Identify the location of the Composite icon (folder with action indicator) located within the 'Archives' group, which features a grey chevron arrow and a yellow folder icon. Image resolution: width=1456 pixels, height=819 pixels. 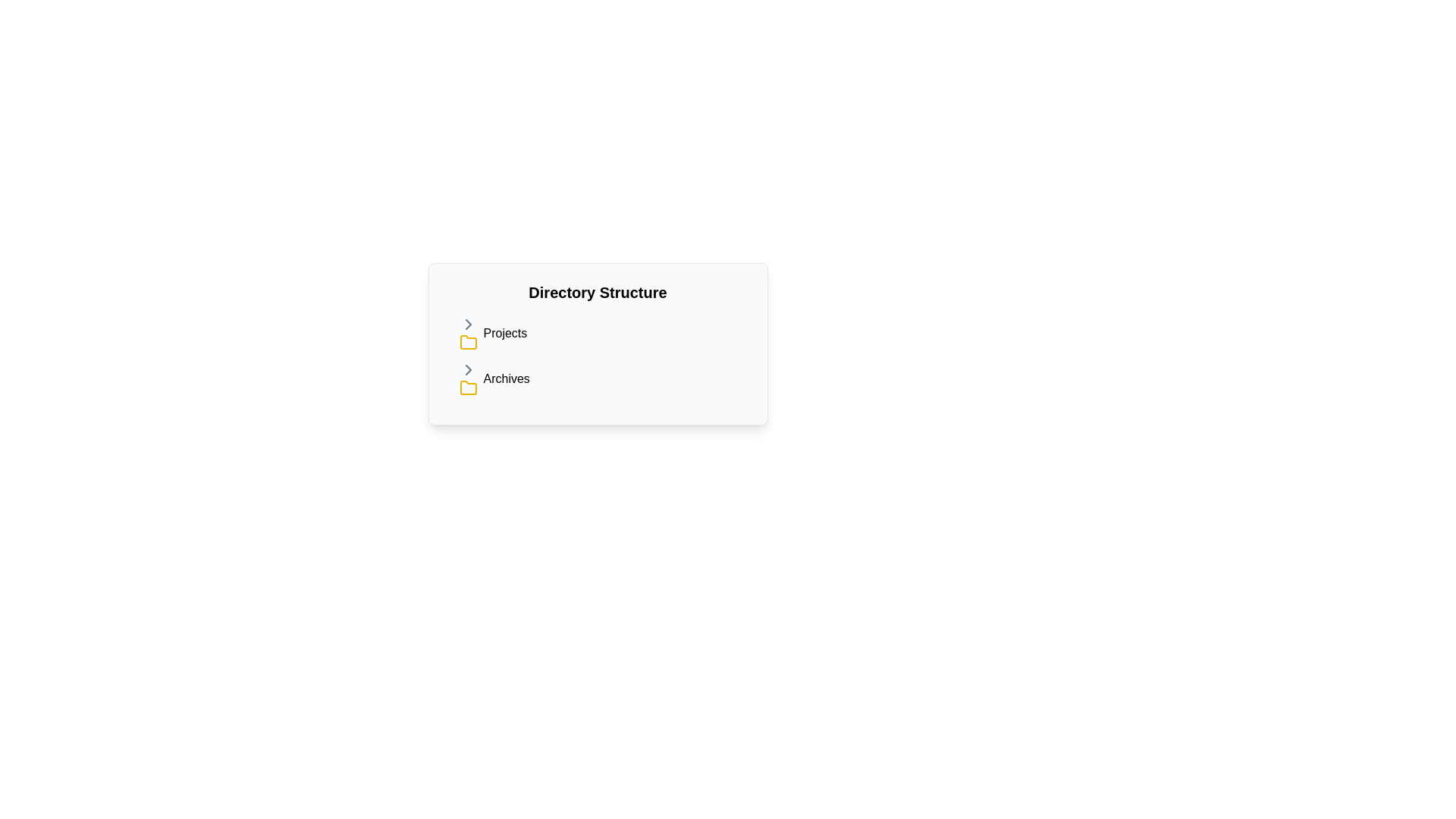
(470, 378).